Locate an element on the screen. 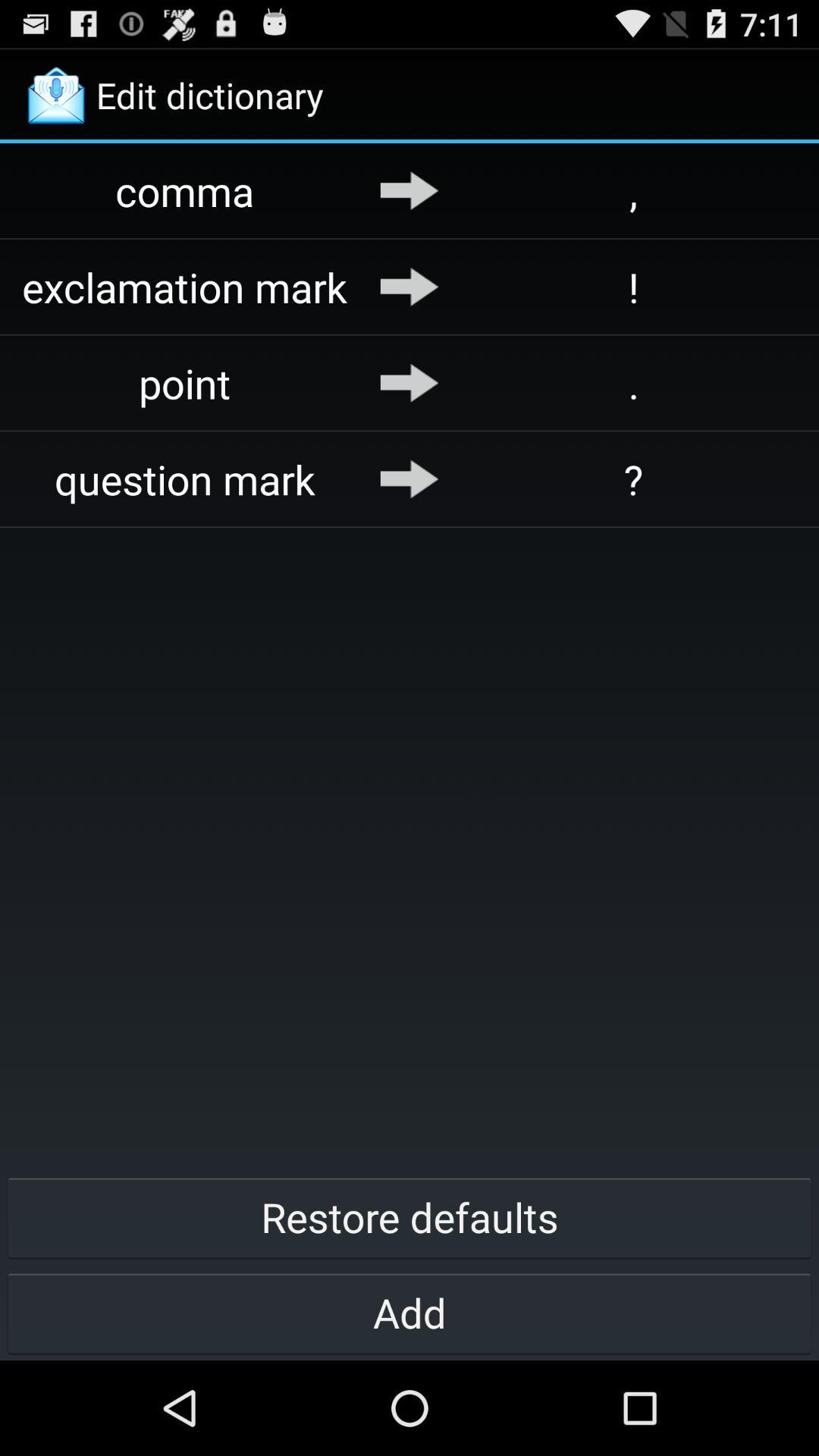 The height and width of the screenshot is (1456, 819). the question mark item is located at coordinates (184, 478).